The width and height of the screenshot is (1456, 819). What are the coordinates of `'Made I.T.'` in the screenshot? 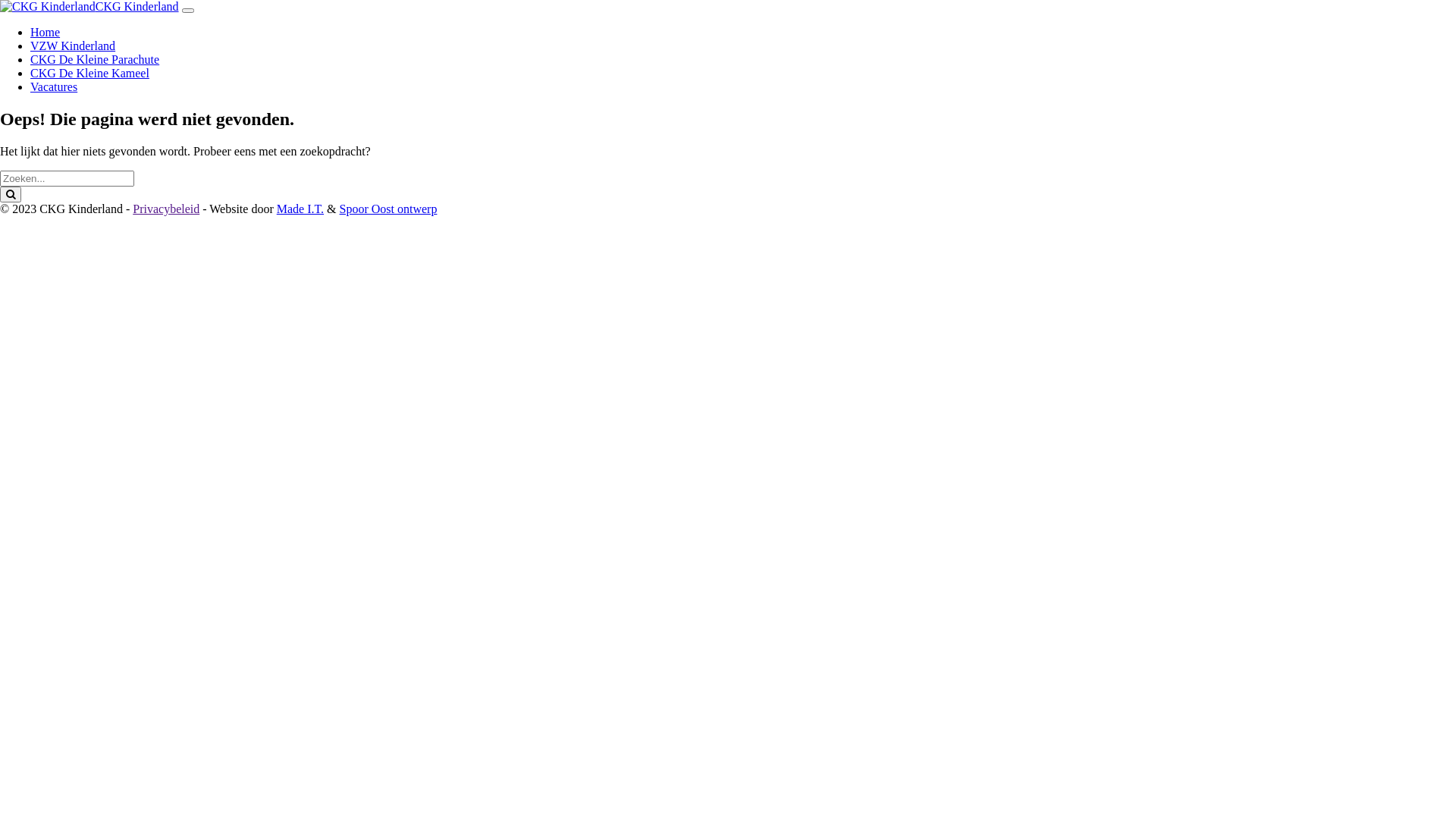 It's located at (300, 209).